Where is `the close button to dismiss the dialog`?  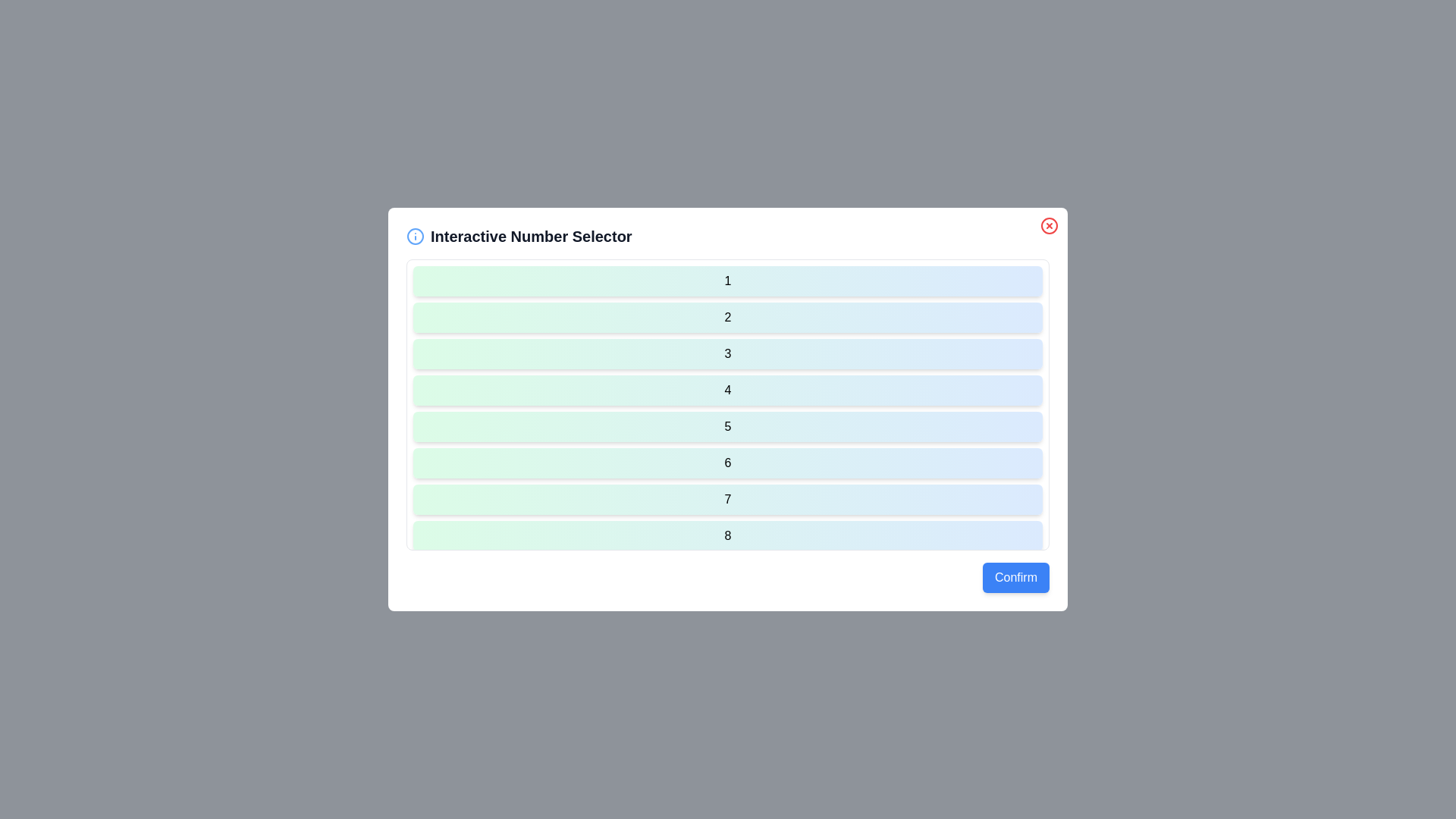
the close button to dismiss the dialog is located at coordinates (1048, 225).